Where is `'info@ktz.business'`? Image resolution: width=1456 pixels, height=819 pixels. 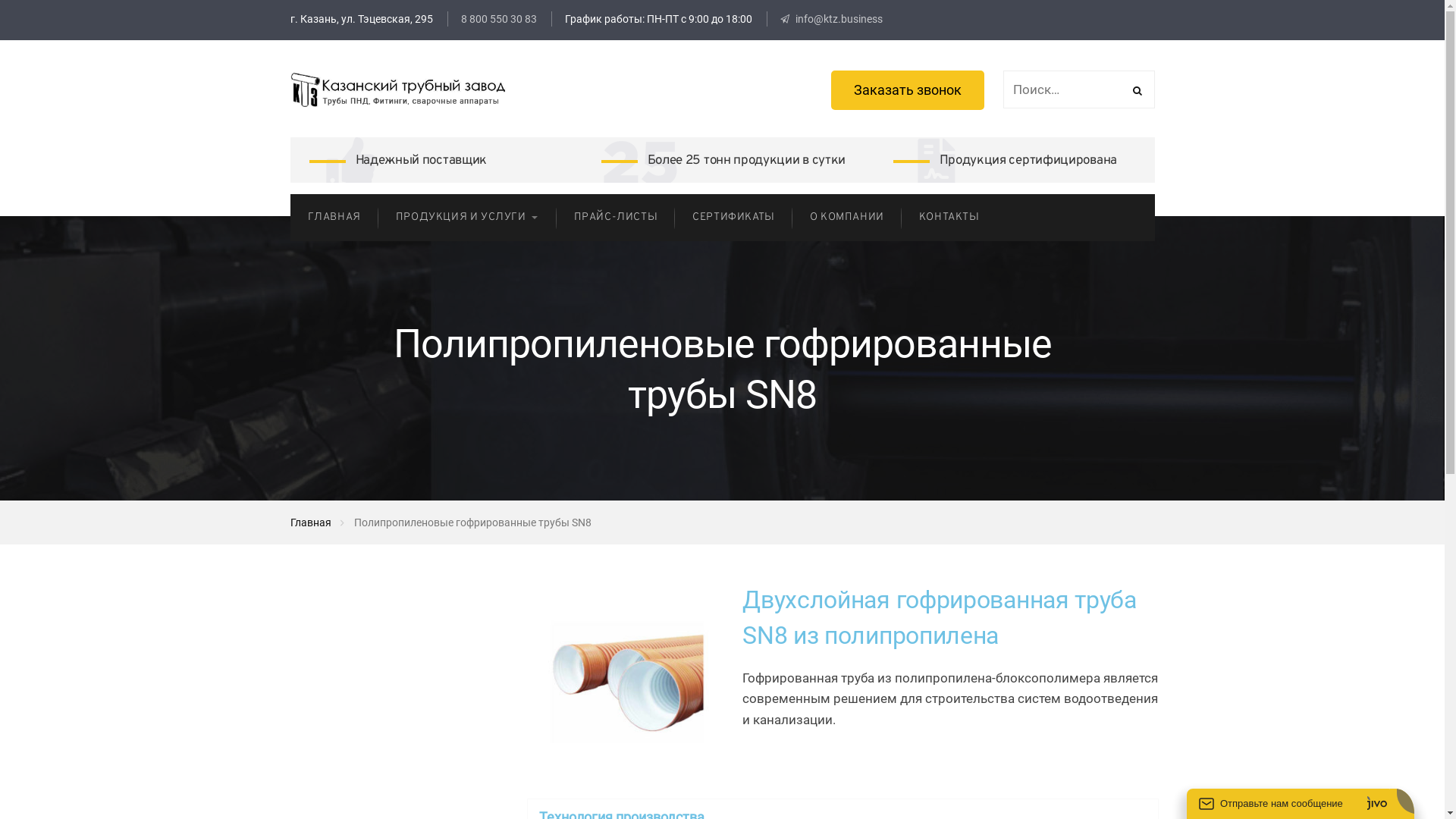 'info@ktz.business' is located at coordinates (830, 18).